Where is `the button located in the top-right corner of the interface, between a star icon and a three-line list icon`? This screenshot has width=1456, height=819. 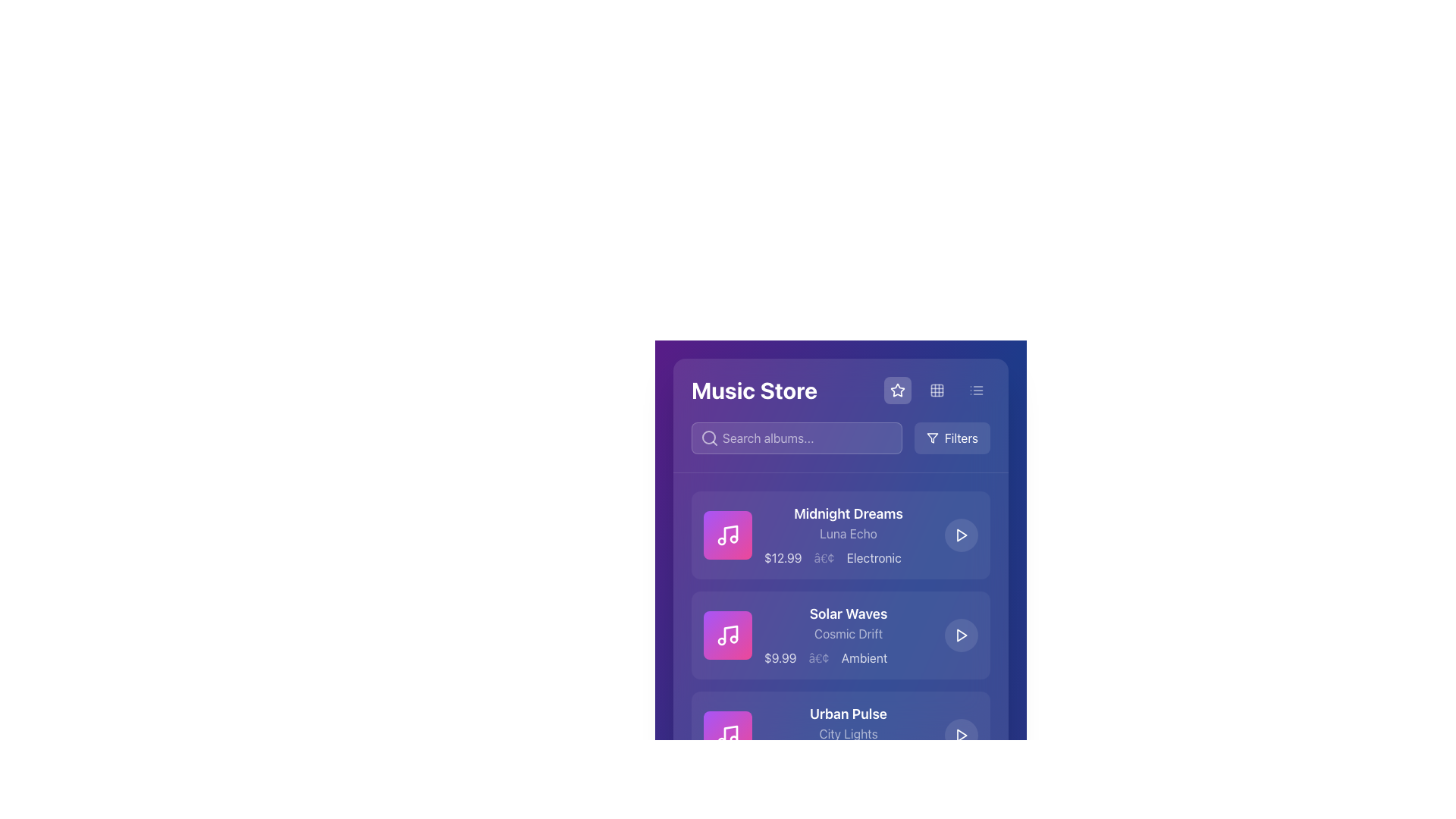 the button located in the top-right corner of the interface, between a star icon and a three-line list icon is located at coordinates (937, 390).